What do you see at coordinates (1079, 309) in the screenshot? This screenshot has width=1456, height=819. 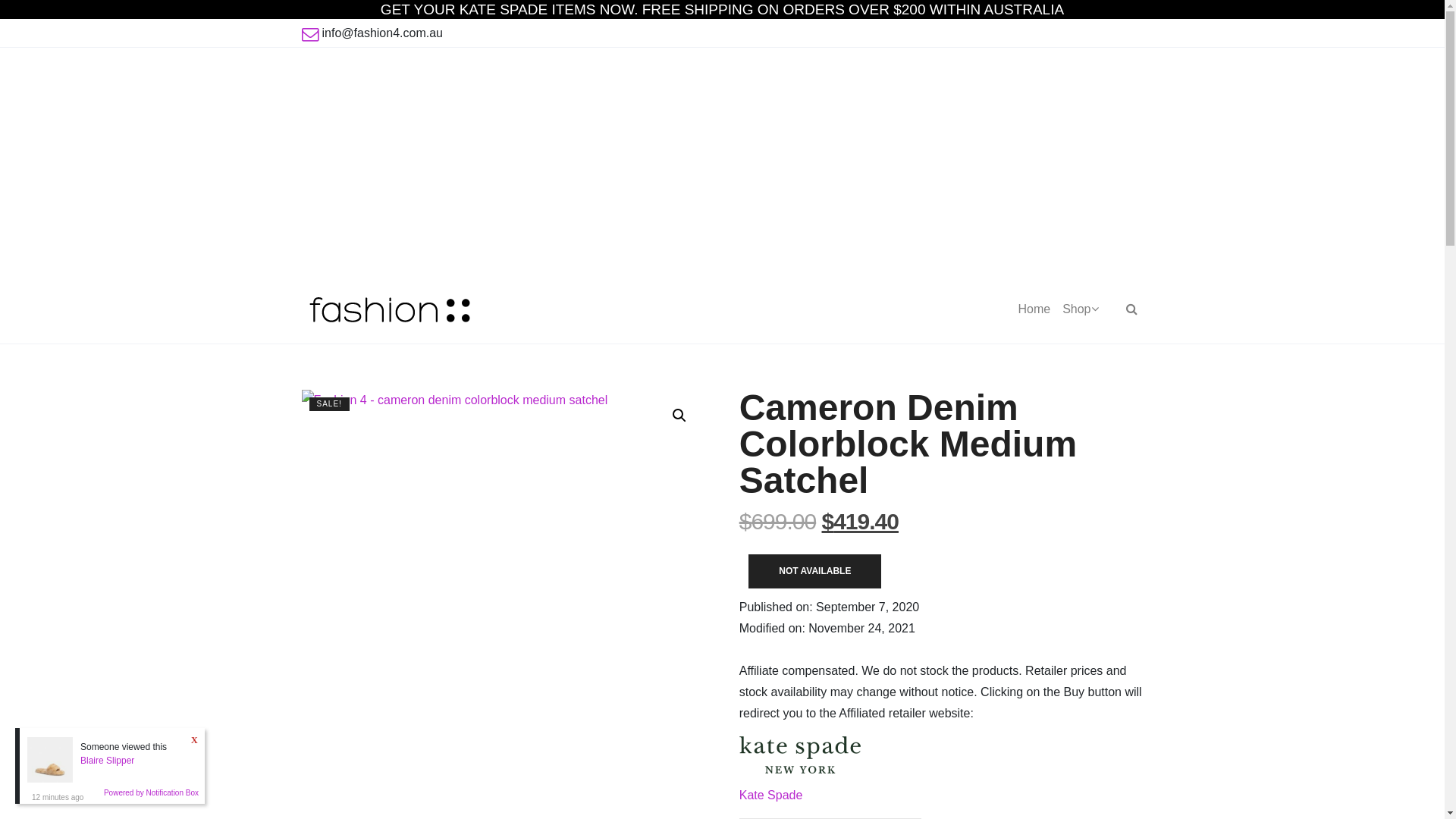 I see `'Shop'` at bounding box center [1079, 309].